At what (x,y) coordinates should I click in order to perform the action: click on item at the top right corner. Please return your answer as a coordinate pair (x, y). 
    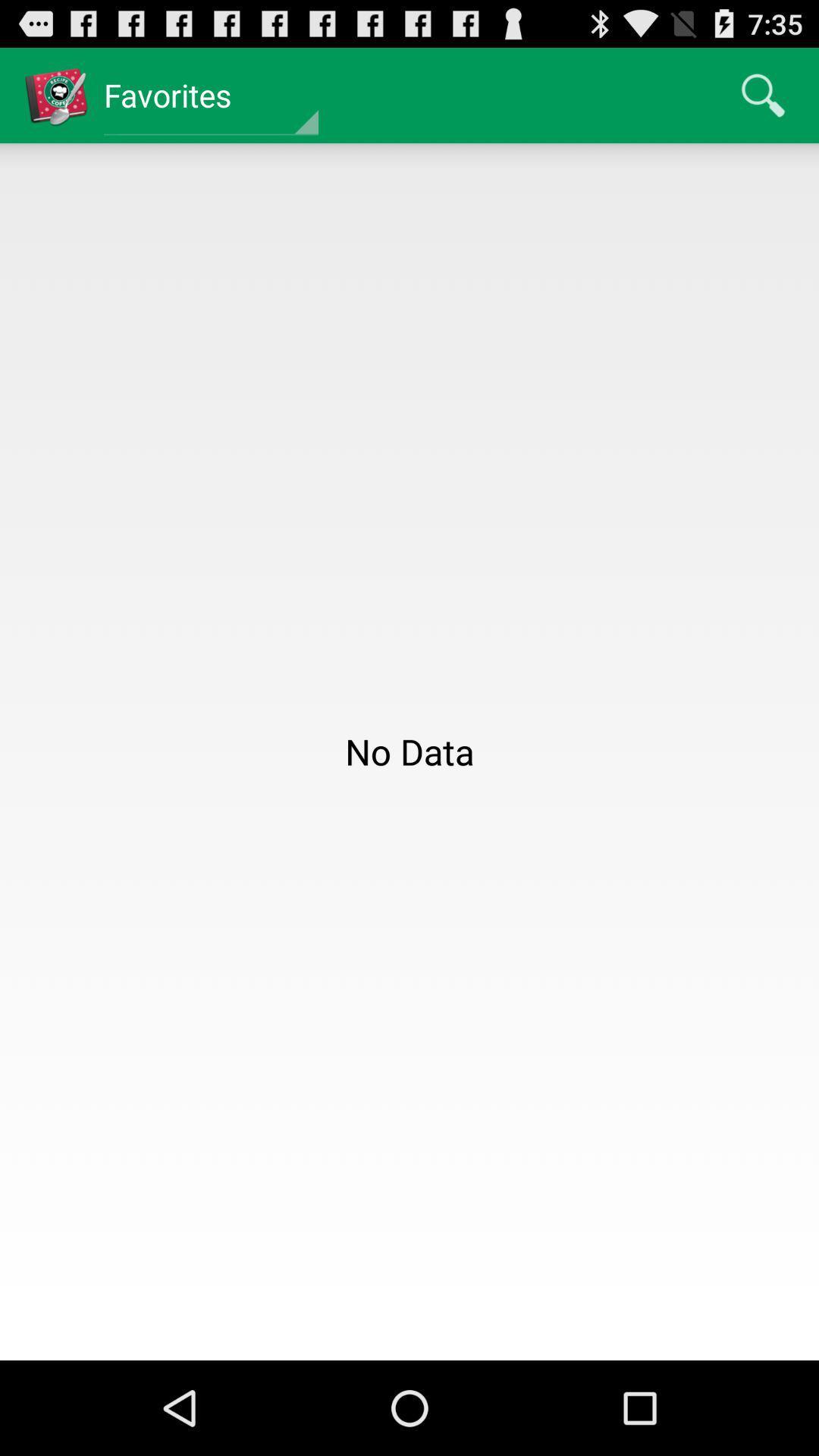
    Looking at the image, I should click on (763, 94).